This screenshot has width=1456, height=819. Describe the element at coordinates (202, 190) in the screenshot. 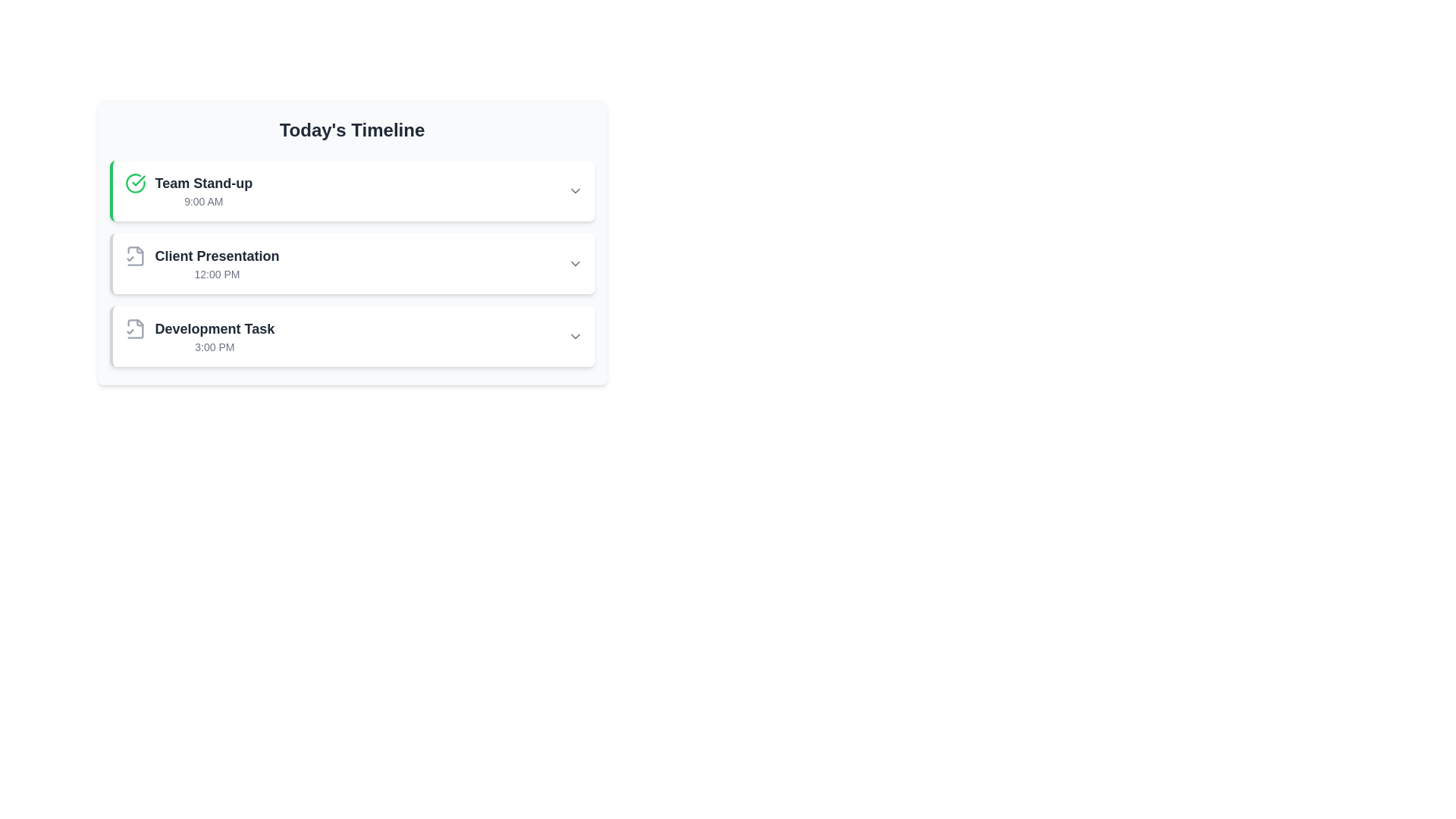

I see `the 'Team Stand-up' text block, which includes the title 'Team Stand-up' in bold and the subtitle '9:00 AM' underneath, located in the top-left section of the schedule with a green checkmark icon` at that location.